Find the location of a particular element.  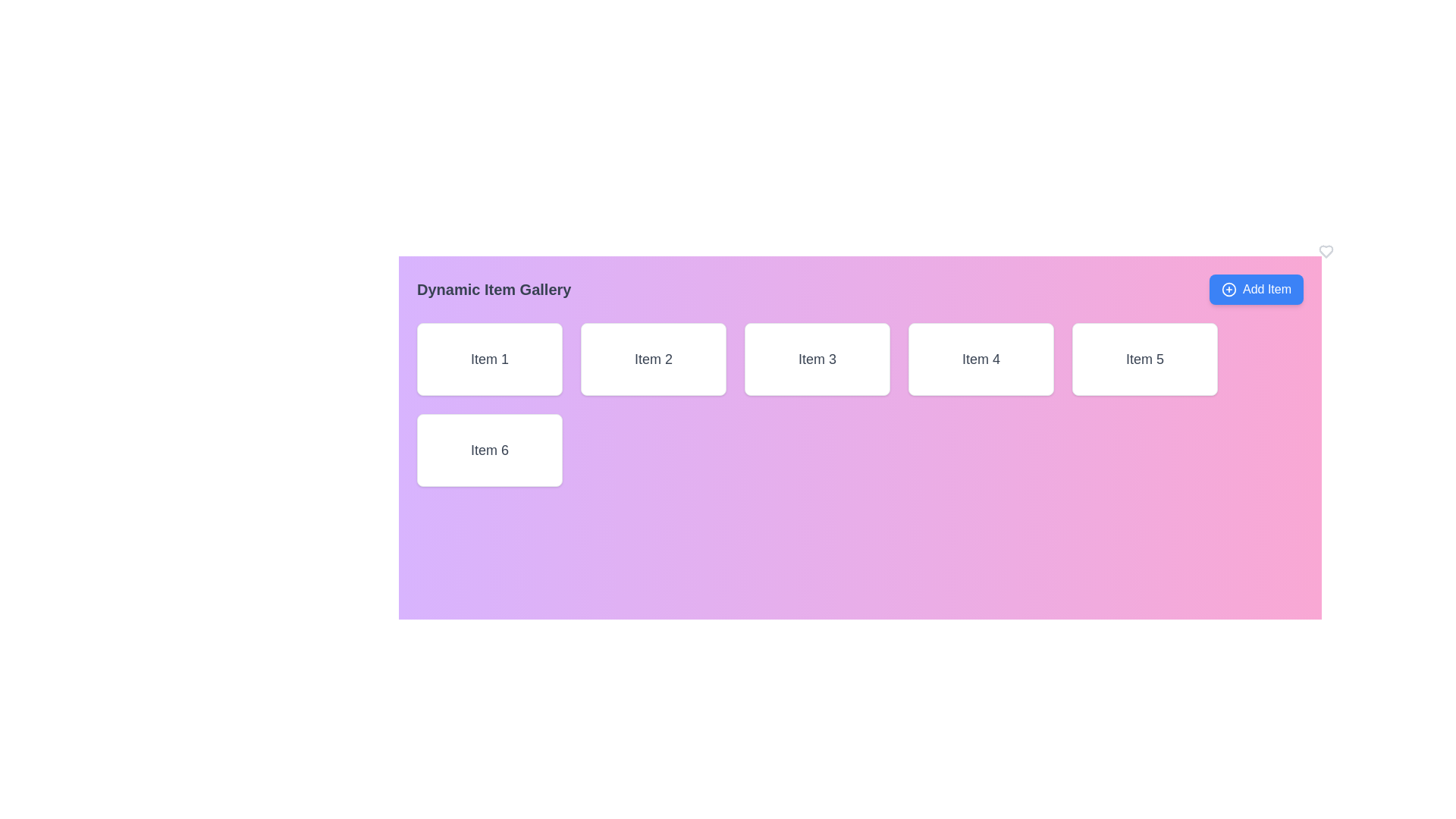

the text label displaying 'Item 3', which is centered in the third card of a horizontally aligned grid layout is located at coordinates (817, 359).